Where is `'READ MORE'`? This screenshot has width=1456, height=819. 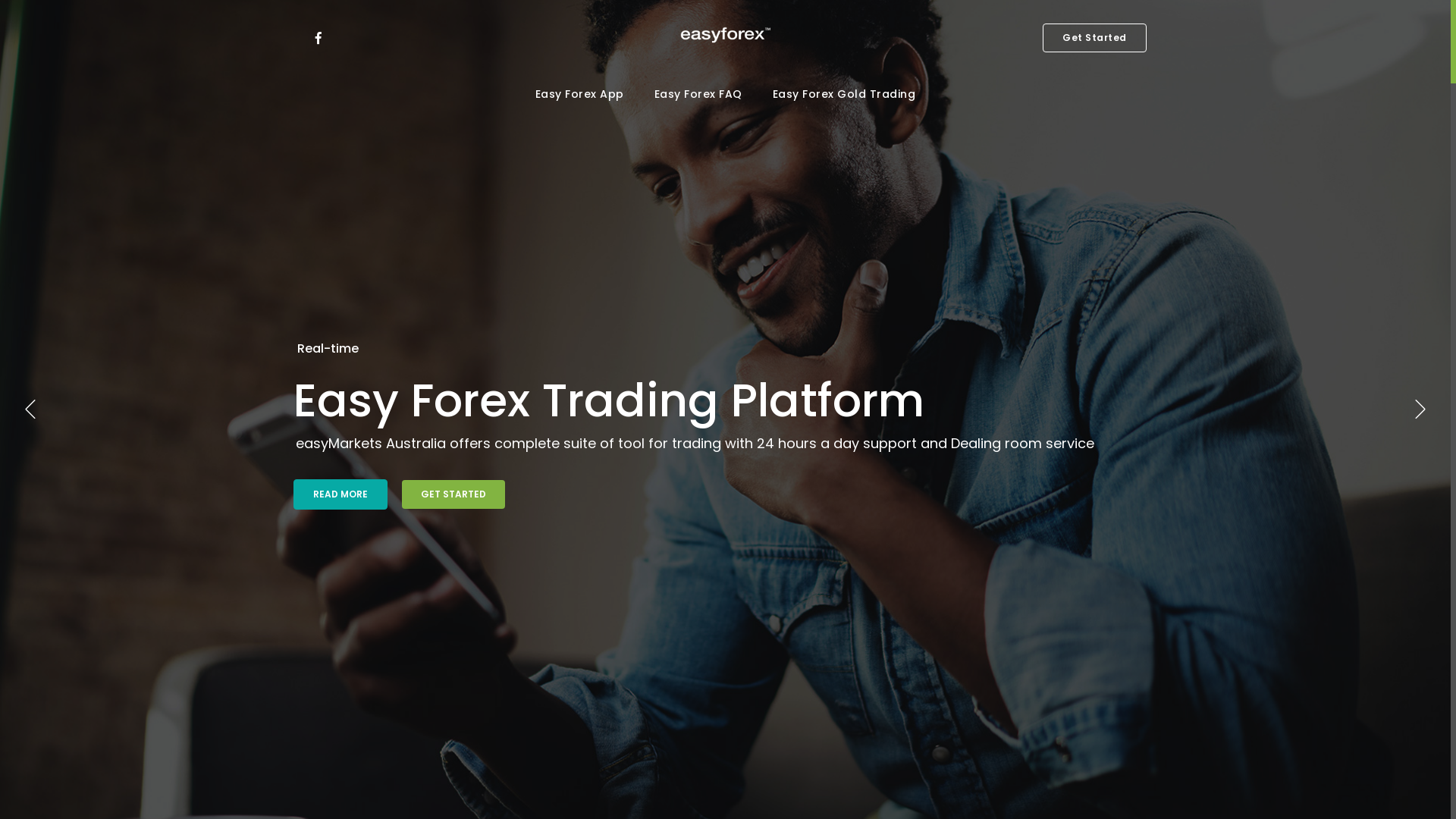
'READ MORE' is located at coordinates (340, 494).